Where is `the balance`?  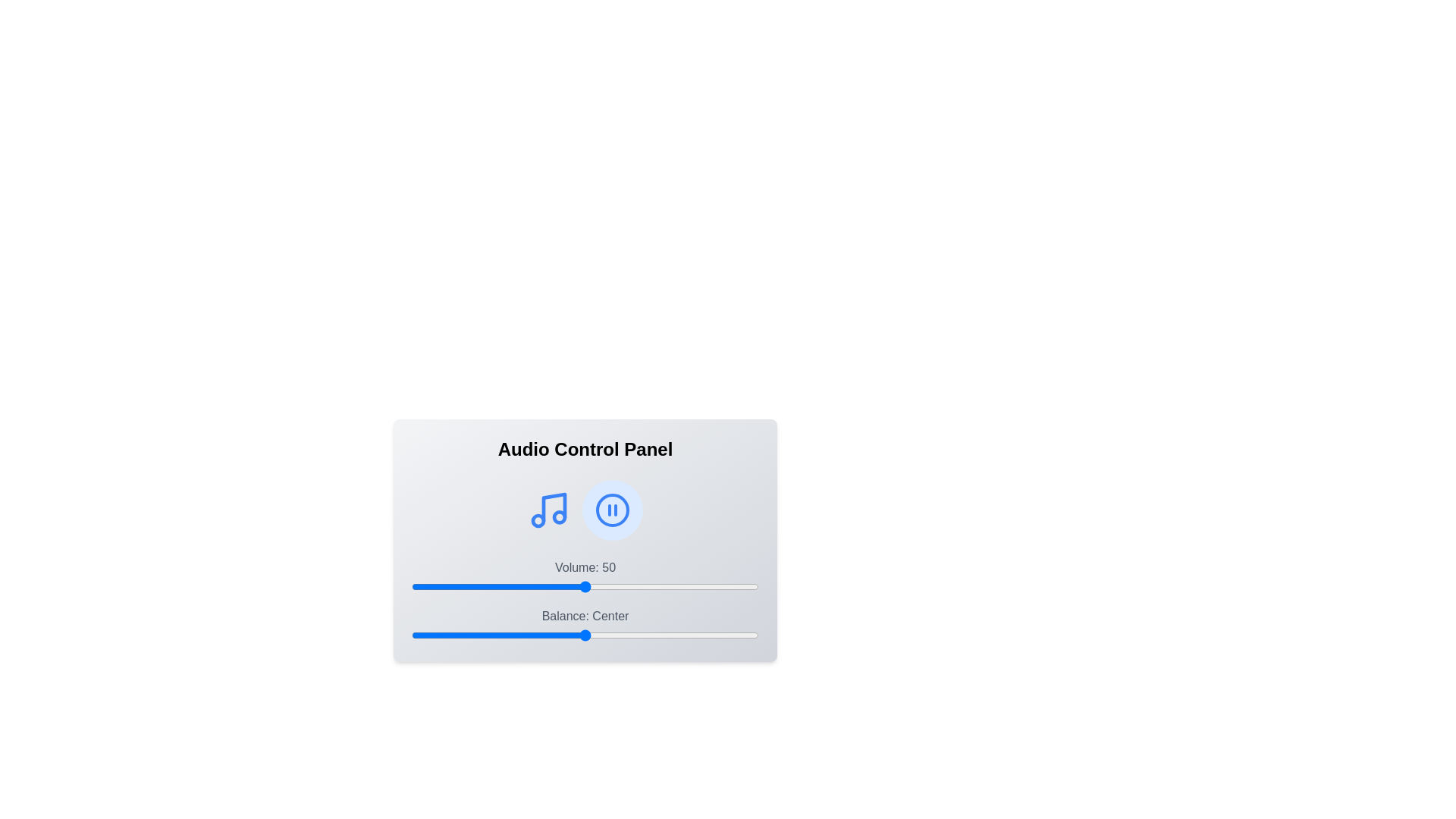
the balance is located at coordinates (505, 635).